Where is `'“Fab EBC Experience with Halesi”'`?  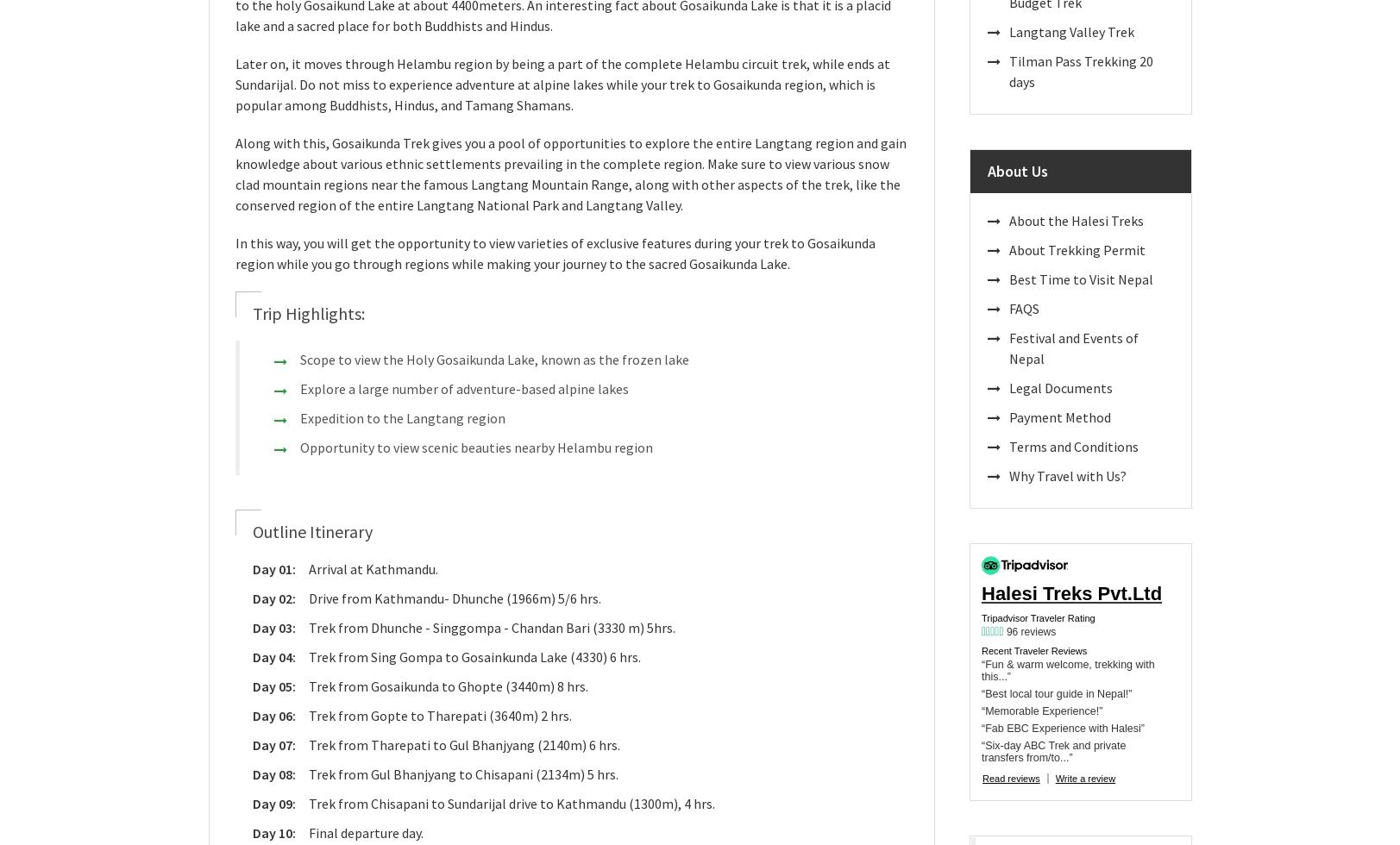 '“Fab EBC Experience with Halesi”' is located at coordinates (1062, 728).